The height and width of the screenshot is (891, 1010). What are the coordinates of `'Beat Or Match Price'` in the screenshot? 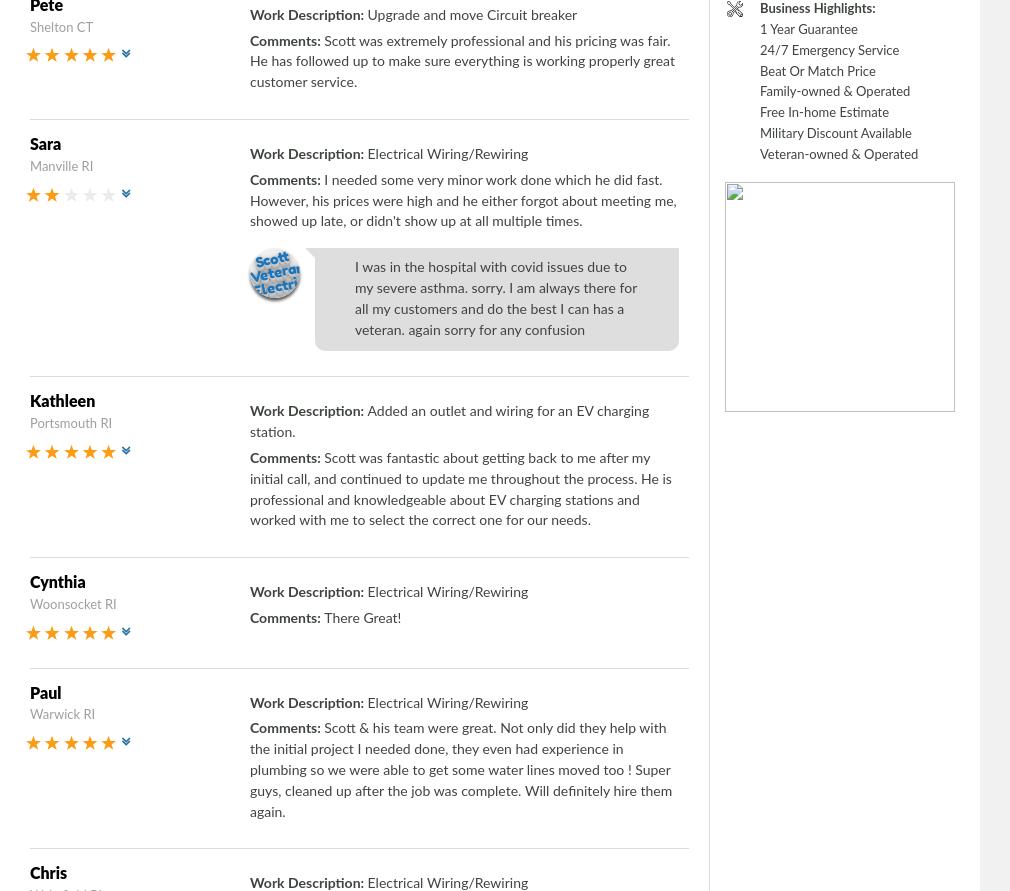 It's located at (817, 71).